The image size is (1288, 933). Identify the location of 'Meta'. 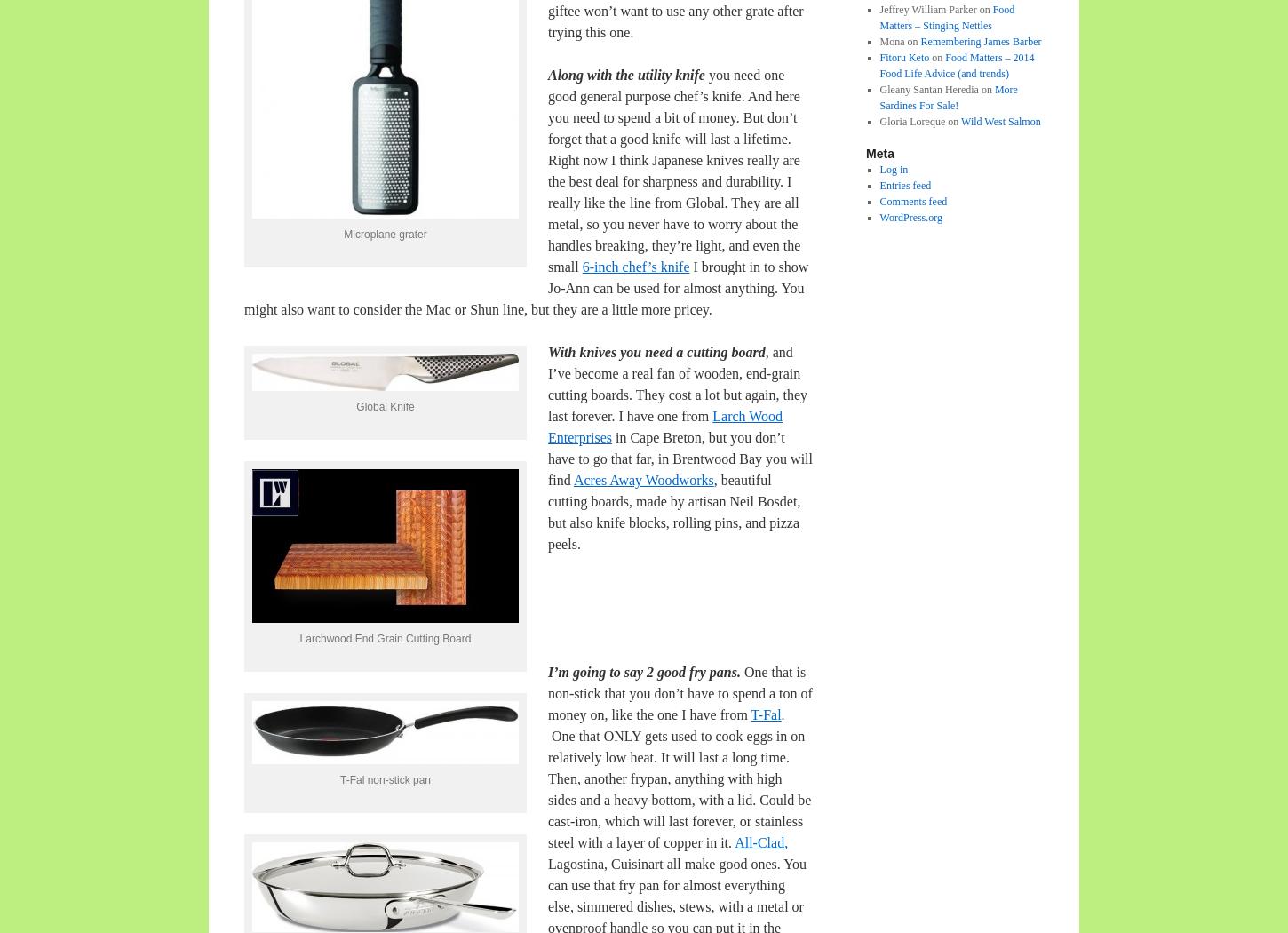
(865, 152).